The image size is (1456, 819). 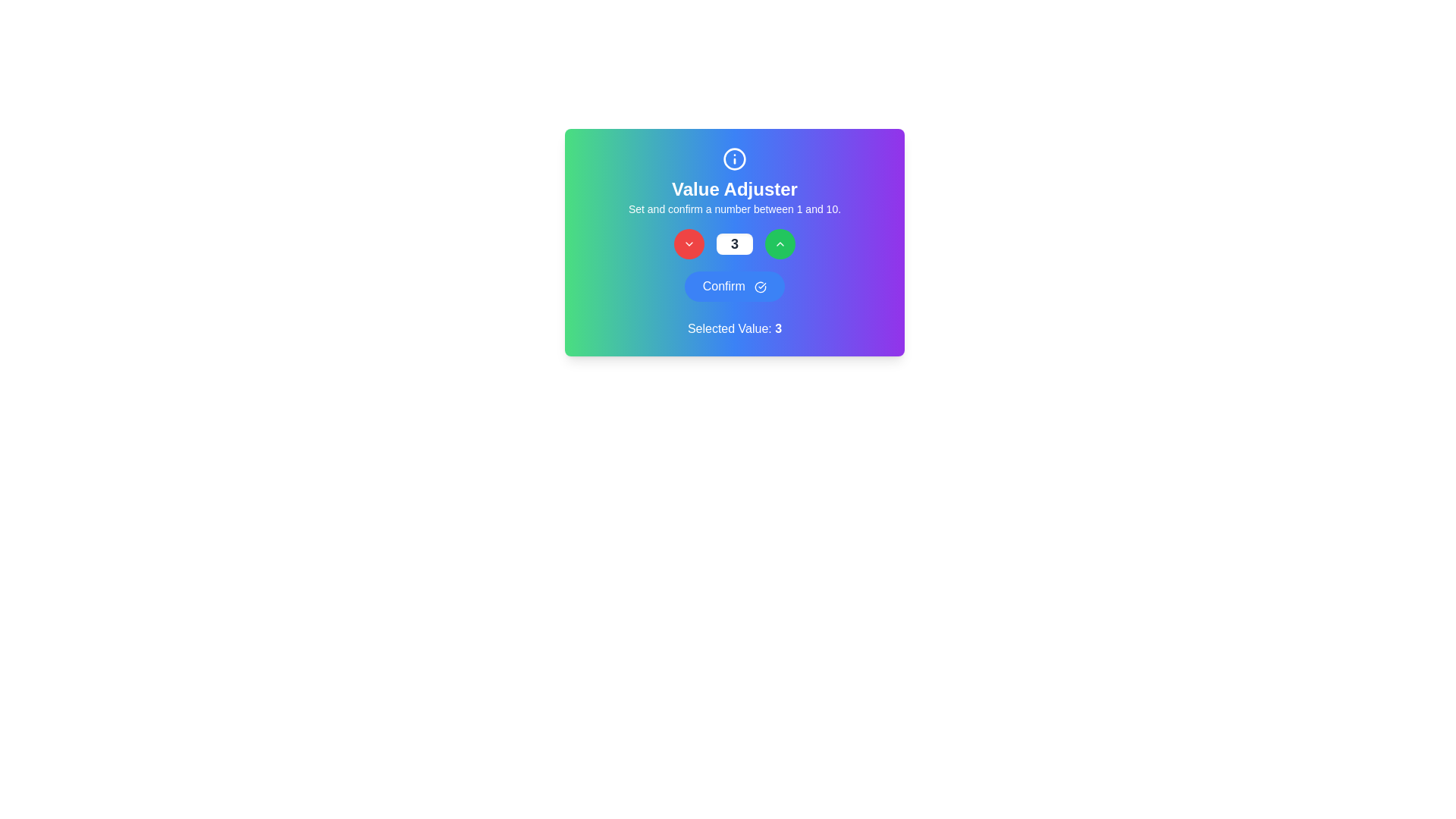 I want to click on the text label that instructs 'Set and confirm a number between 1 and 10.', which is located below the heading 'Value Adjuster' and above the number adjustment controls, so click(x=735, y=209).